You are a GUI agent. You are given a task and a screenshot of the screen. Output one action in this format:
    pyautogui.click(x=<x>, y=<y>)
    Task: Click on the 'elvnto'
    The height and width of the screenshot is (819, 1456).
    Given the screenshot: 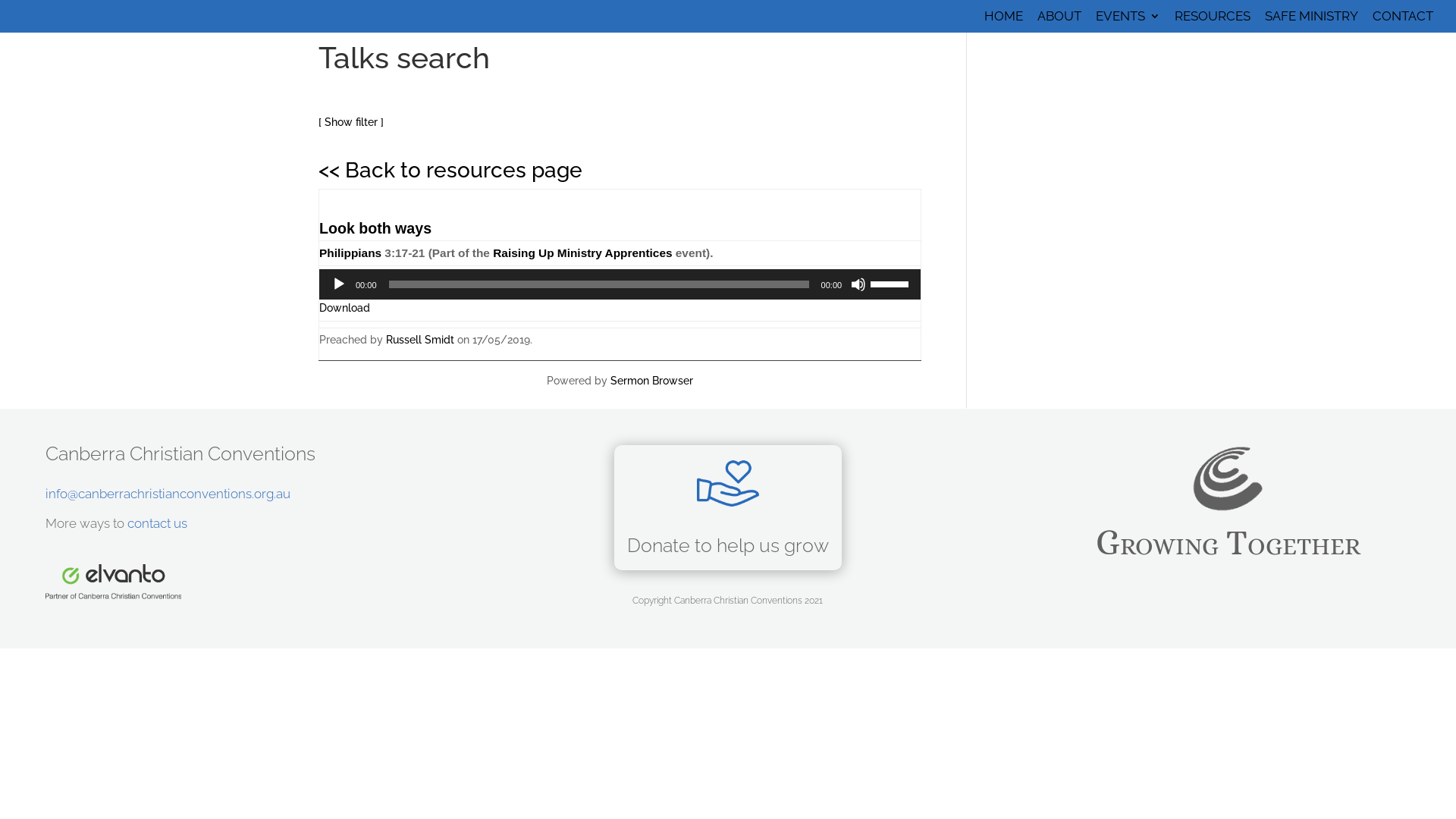 What is the action you would take?
    pyautogui.click(x=112, y=581)
    